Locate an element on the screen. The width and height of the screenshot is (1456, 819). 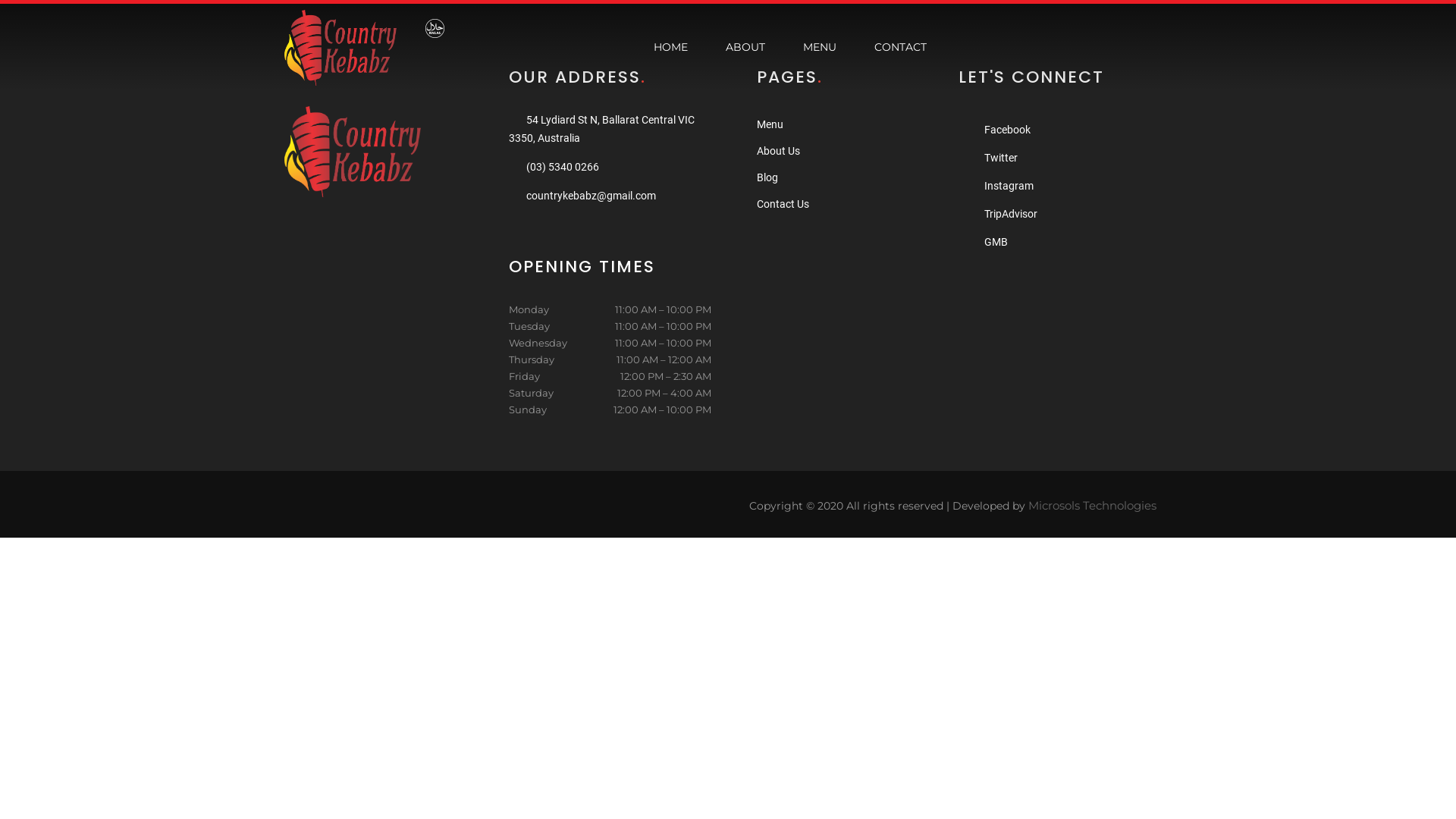
'Instagram' is located at coordinates (1009, 185).